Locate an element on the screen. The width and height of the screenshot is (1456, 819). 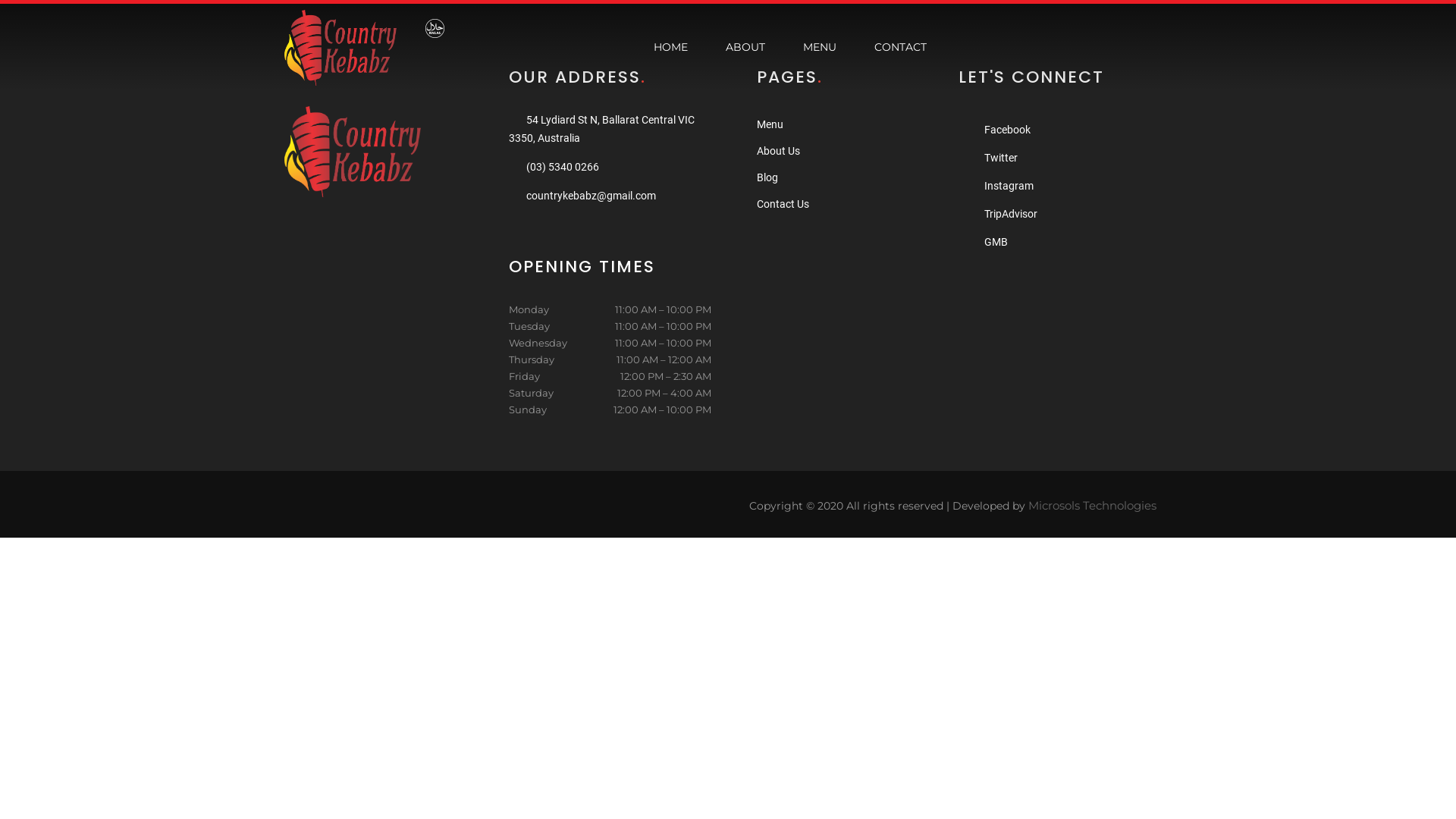
'Instagram' is located at coordinates (1009, 185).